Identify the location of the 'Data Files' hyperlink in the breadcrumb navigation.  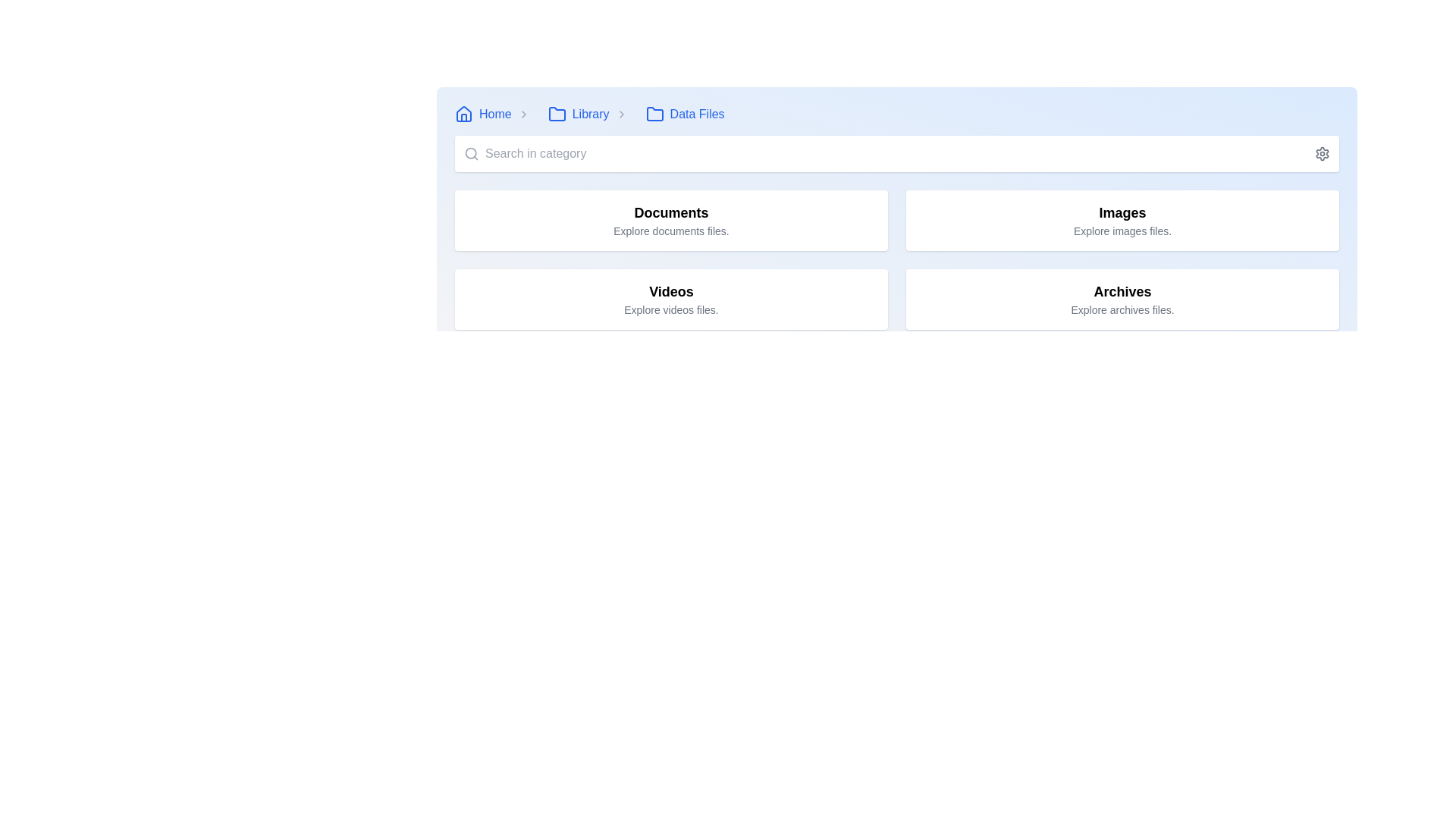
(684, 113).